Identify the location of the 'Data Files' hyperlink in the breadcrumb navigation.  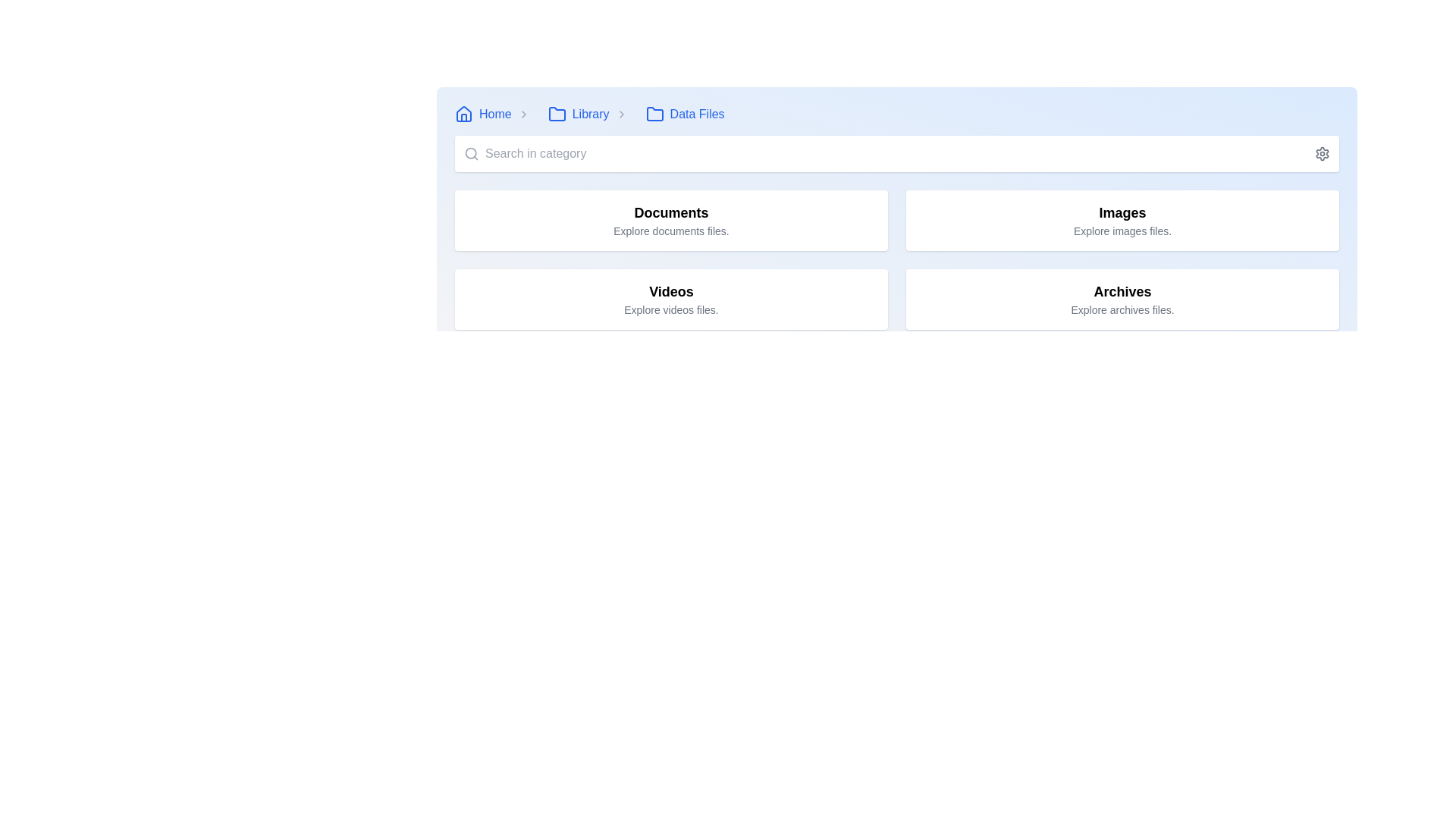
(684, 113).